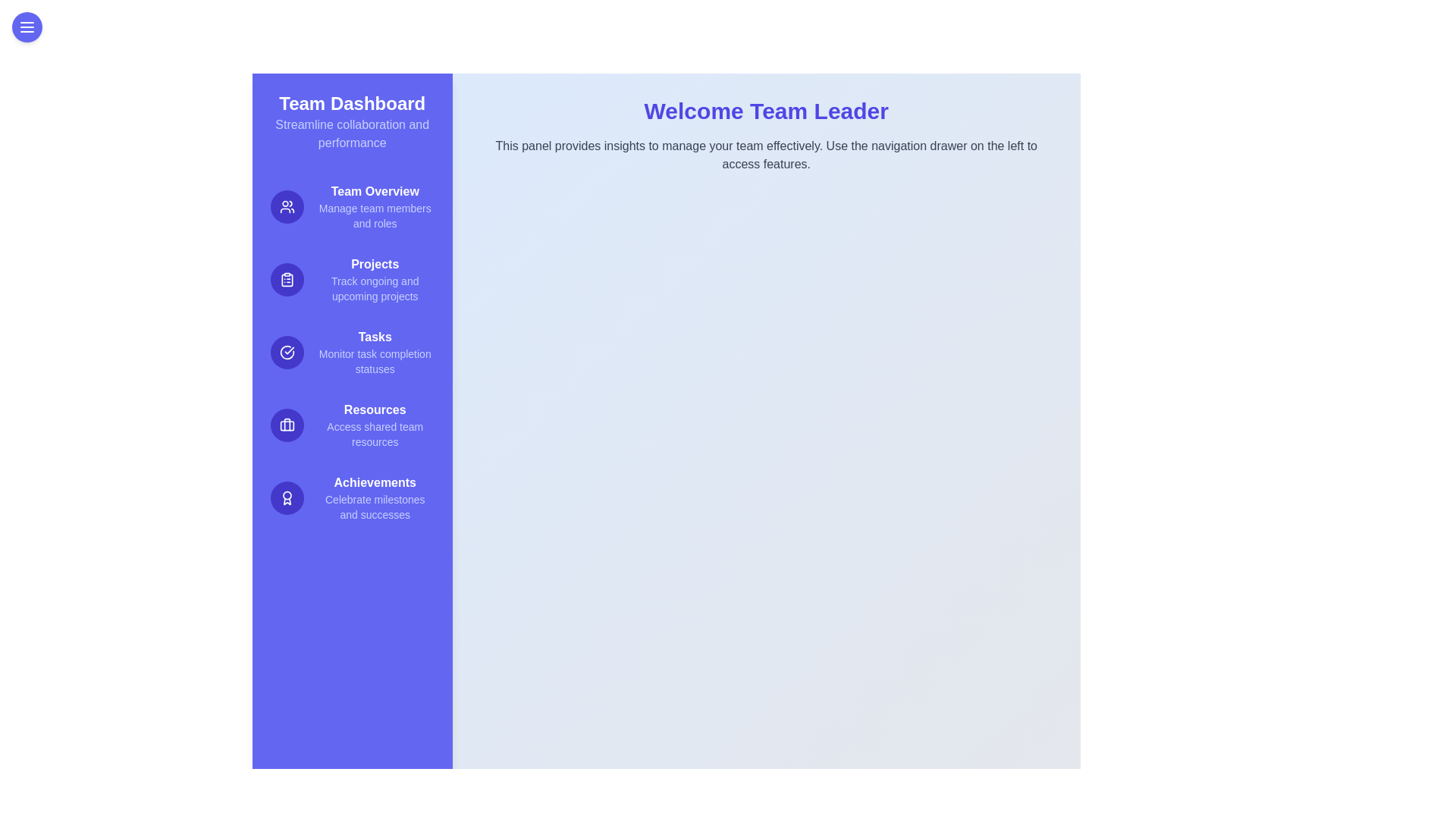 The width and height of the screenshot is (1456, 819). What do you see at coordinates (351, 425) in the screenshot?
I see `the menu item Resources to see its hover effect` at bounding box center [351, 425].